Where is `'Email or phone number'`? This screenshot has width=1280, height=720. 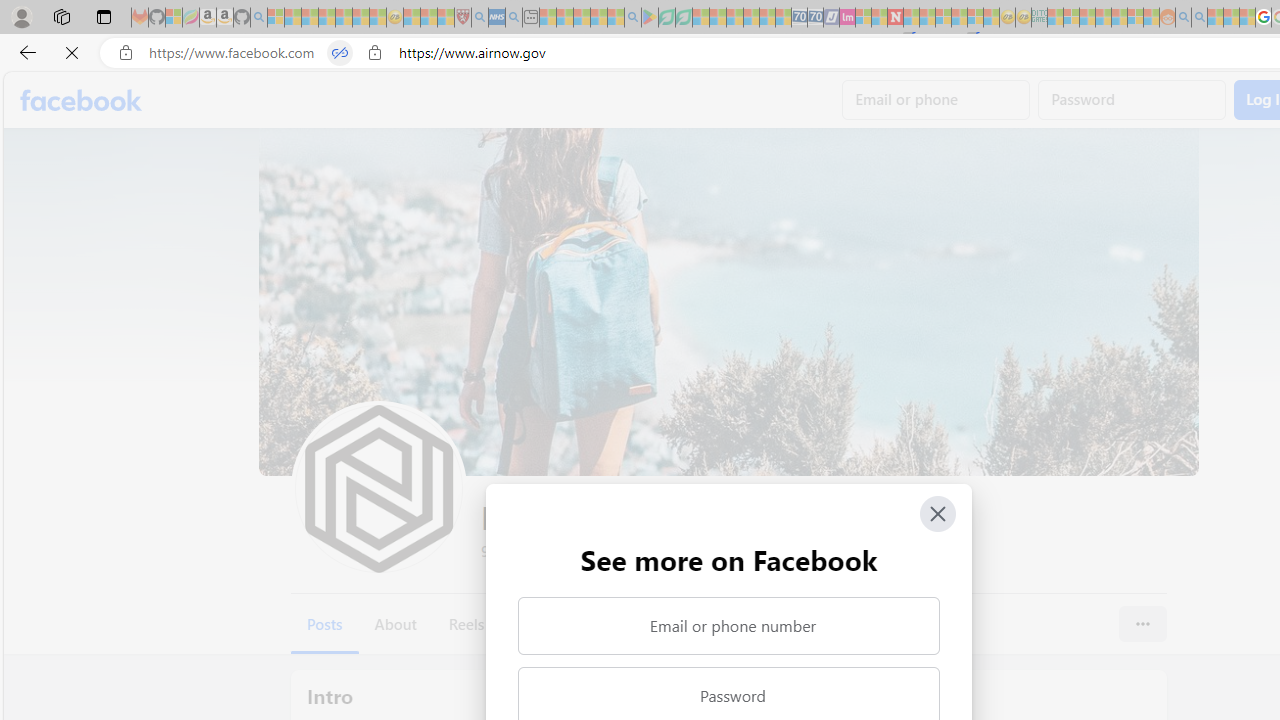
'Email or phone number' is located at coordinates (727, 625).